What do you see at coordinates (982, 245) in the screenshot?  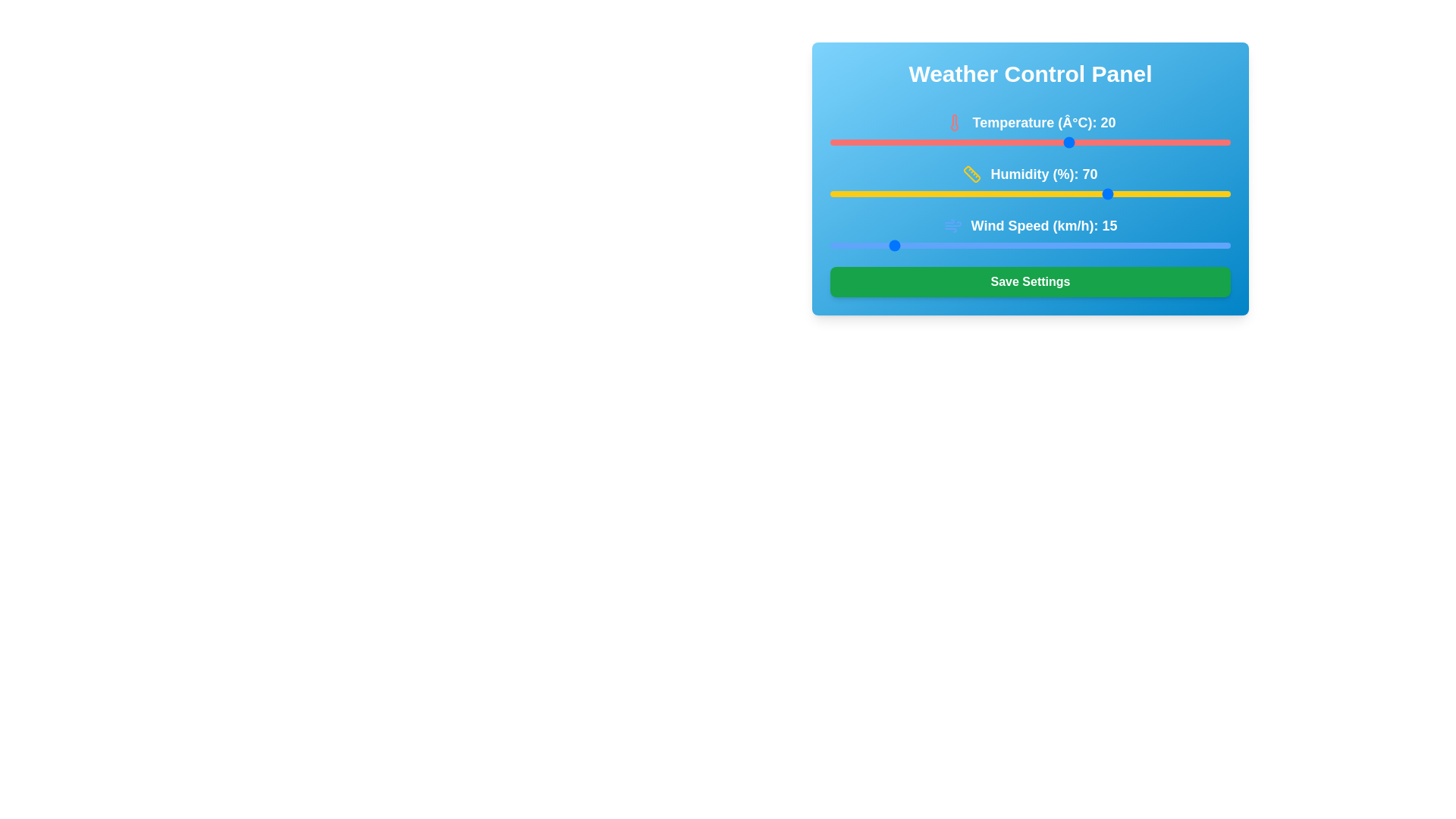 I see `wind speed` at bounding box center [982, 245].